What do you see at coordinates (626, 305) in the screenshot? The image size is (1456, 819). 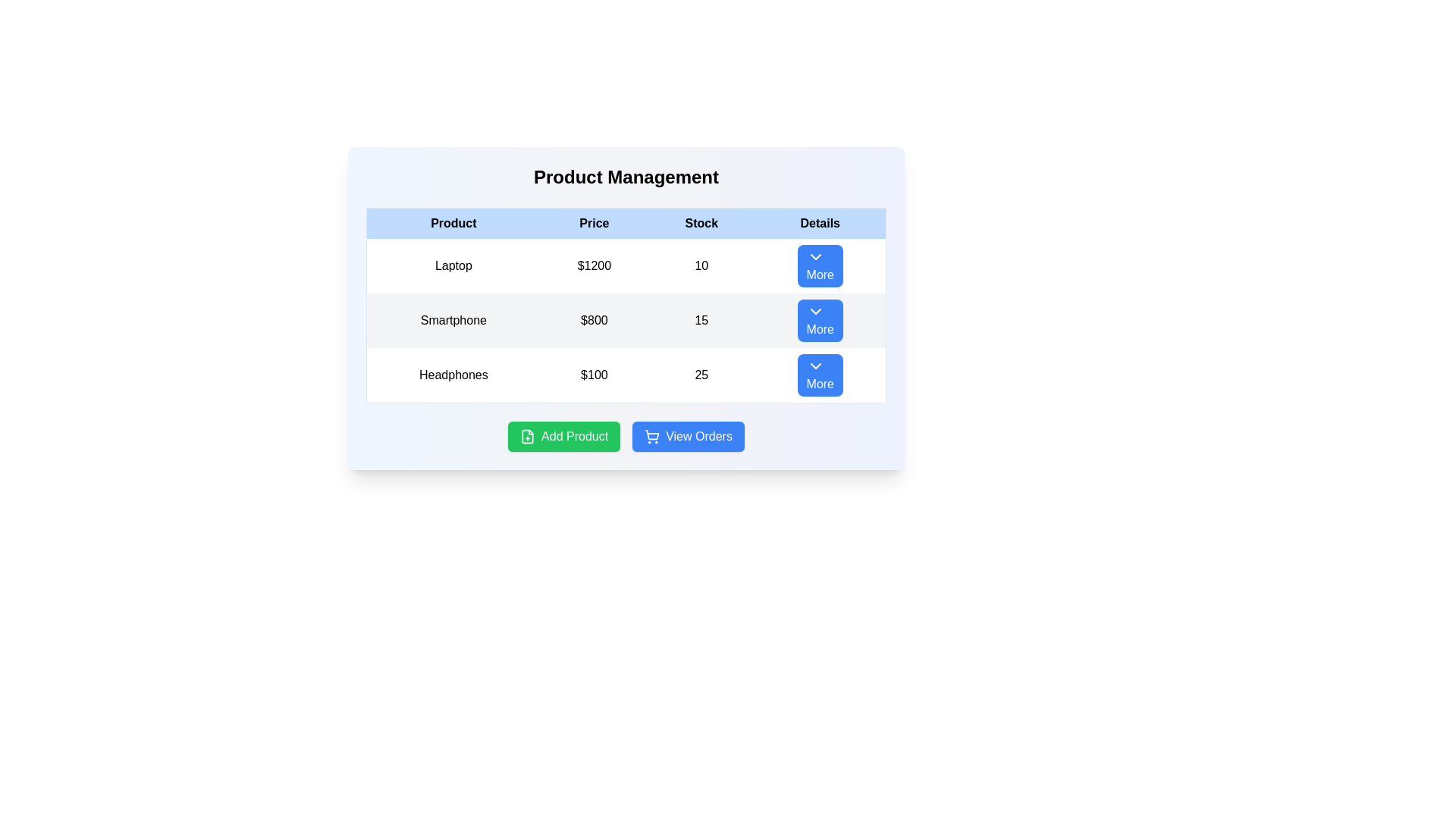 I see `the individual data cells of the product details table located beneath the 'Product Management' title and above the 'Add Product' and 'View Orders' buttons` at bounding box center [626, 305].